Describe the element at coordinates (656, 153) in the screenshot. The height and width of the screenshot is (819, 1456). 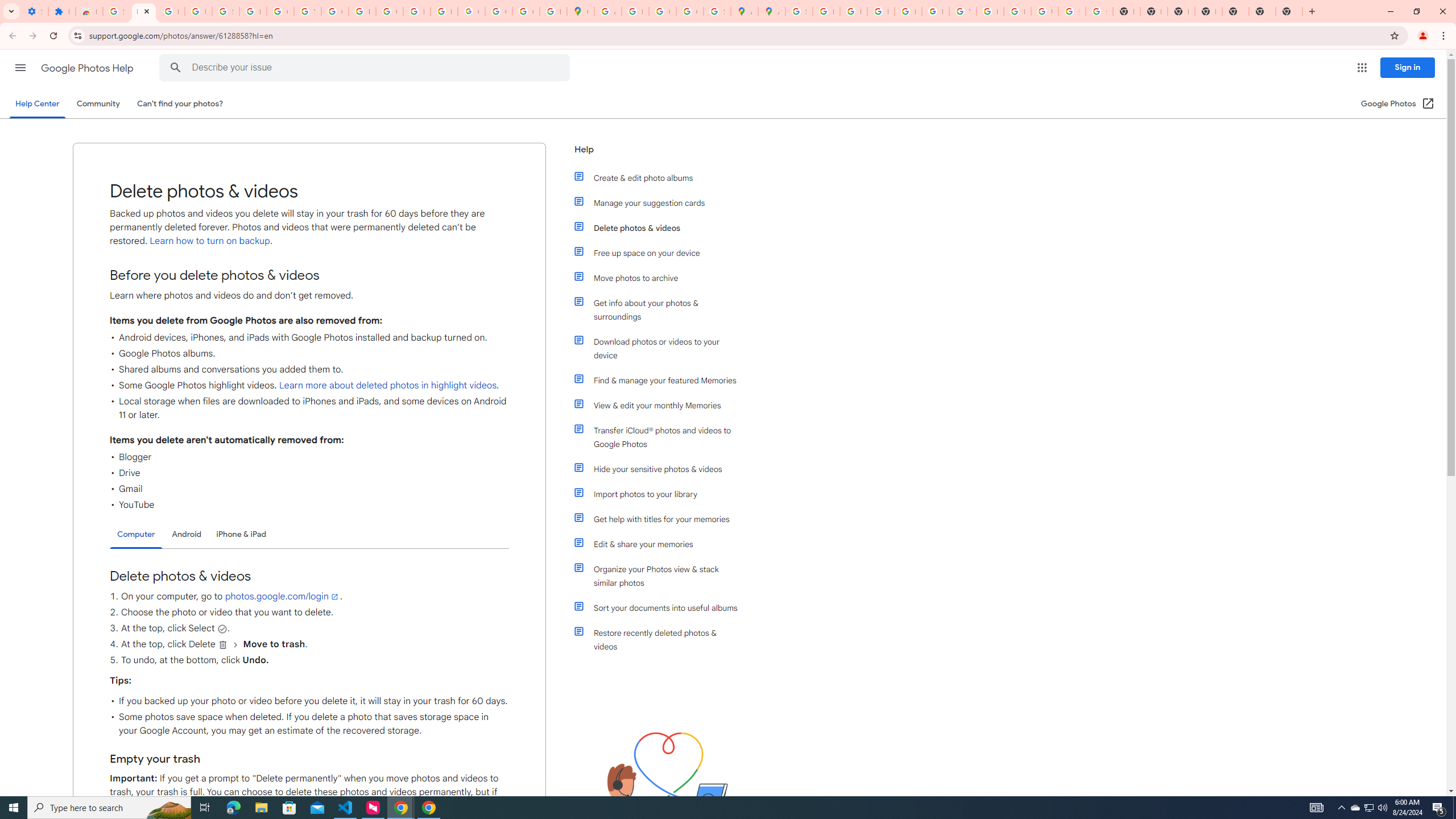
I see `'Help'` at that location.